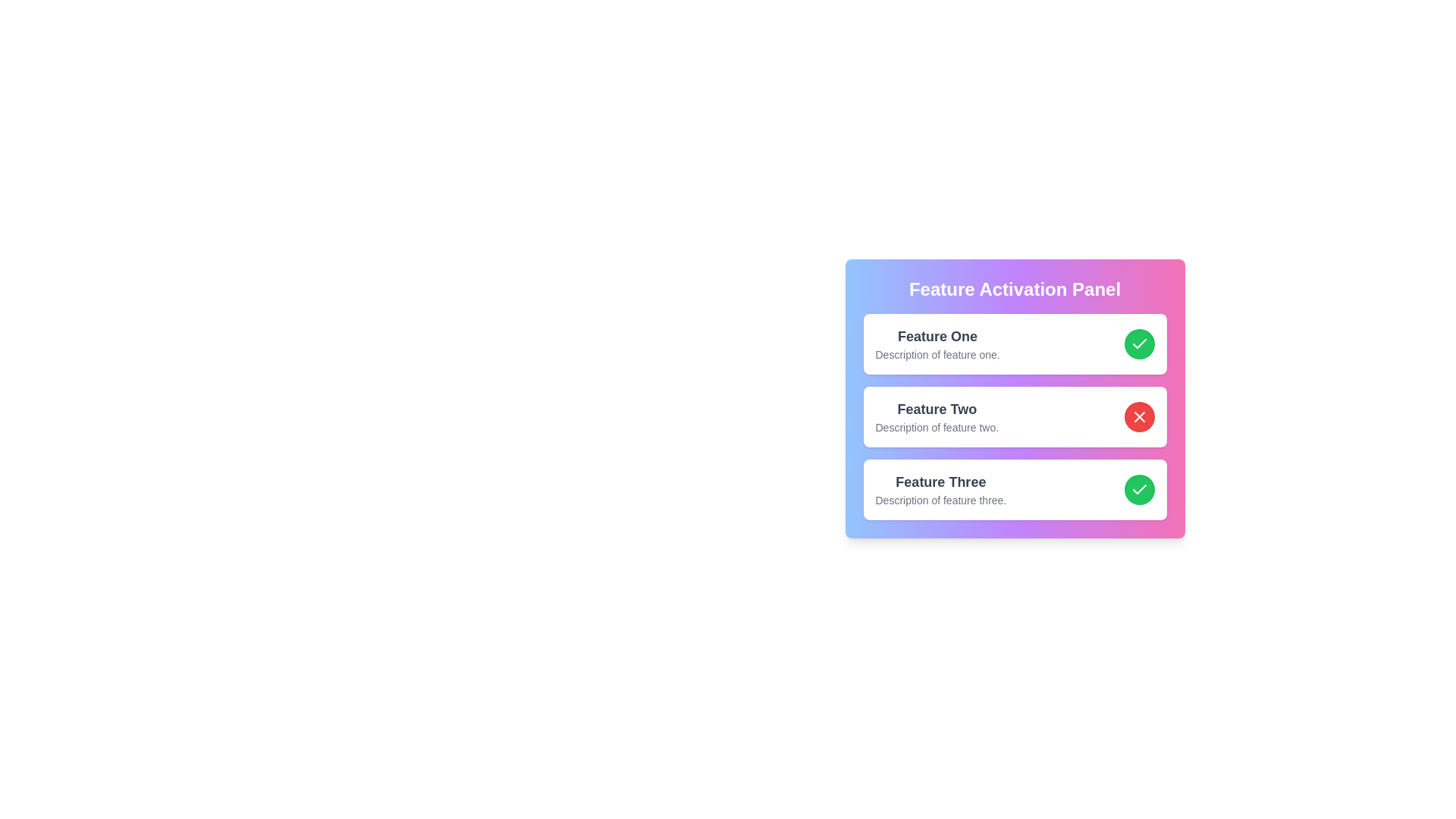  What do you see at coordinates (1139, 417) in the screenshot?
I see `the feature Feature Two` at bounding box center [1139, 417].